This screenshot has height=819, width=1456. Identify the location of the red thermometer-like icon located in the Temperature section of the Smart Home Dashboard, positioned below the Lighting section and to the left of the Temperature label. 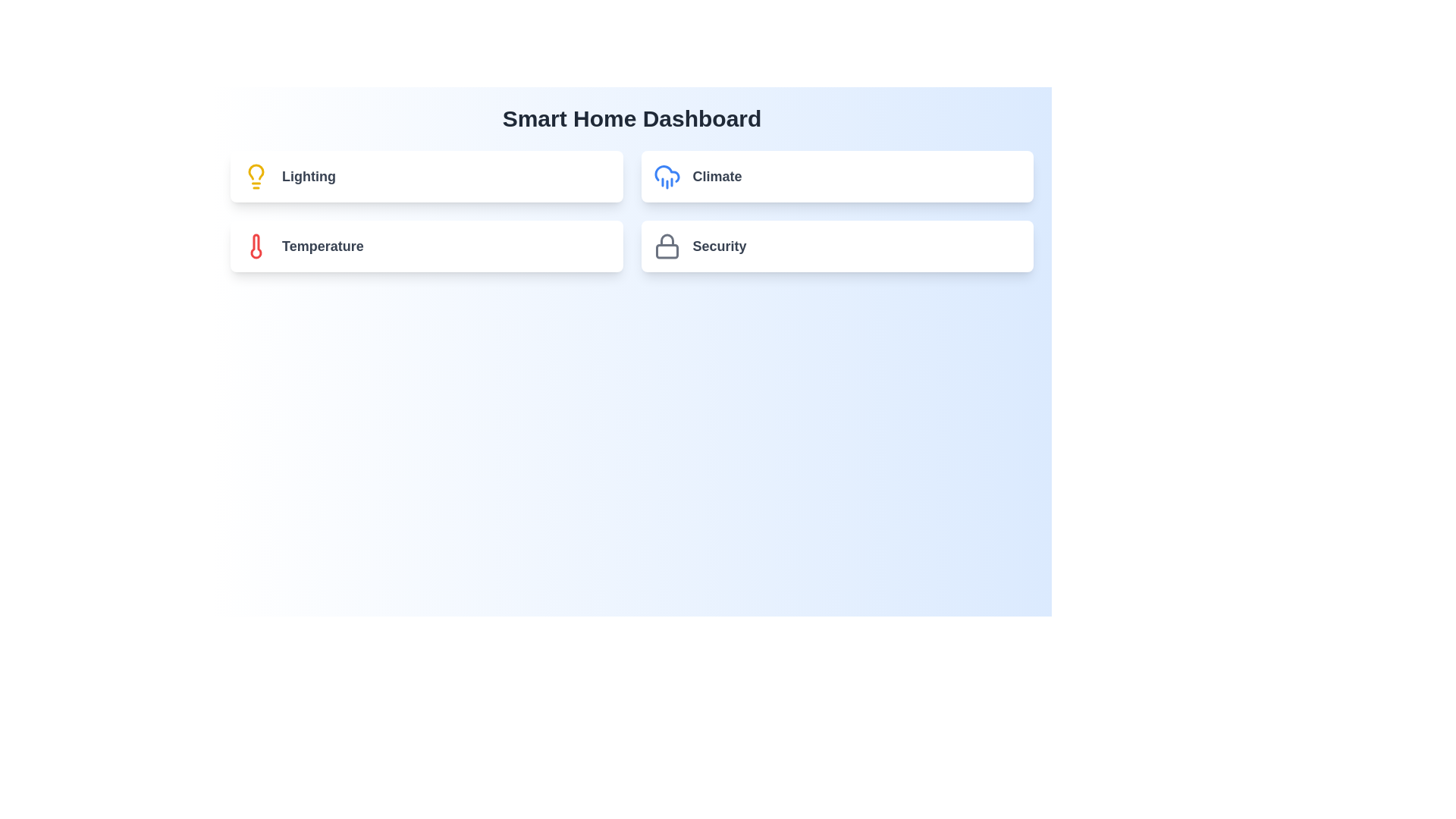
(256, 245).